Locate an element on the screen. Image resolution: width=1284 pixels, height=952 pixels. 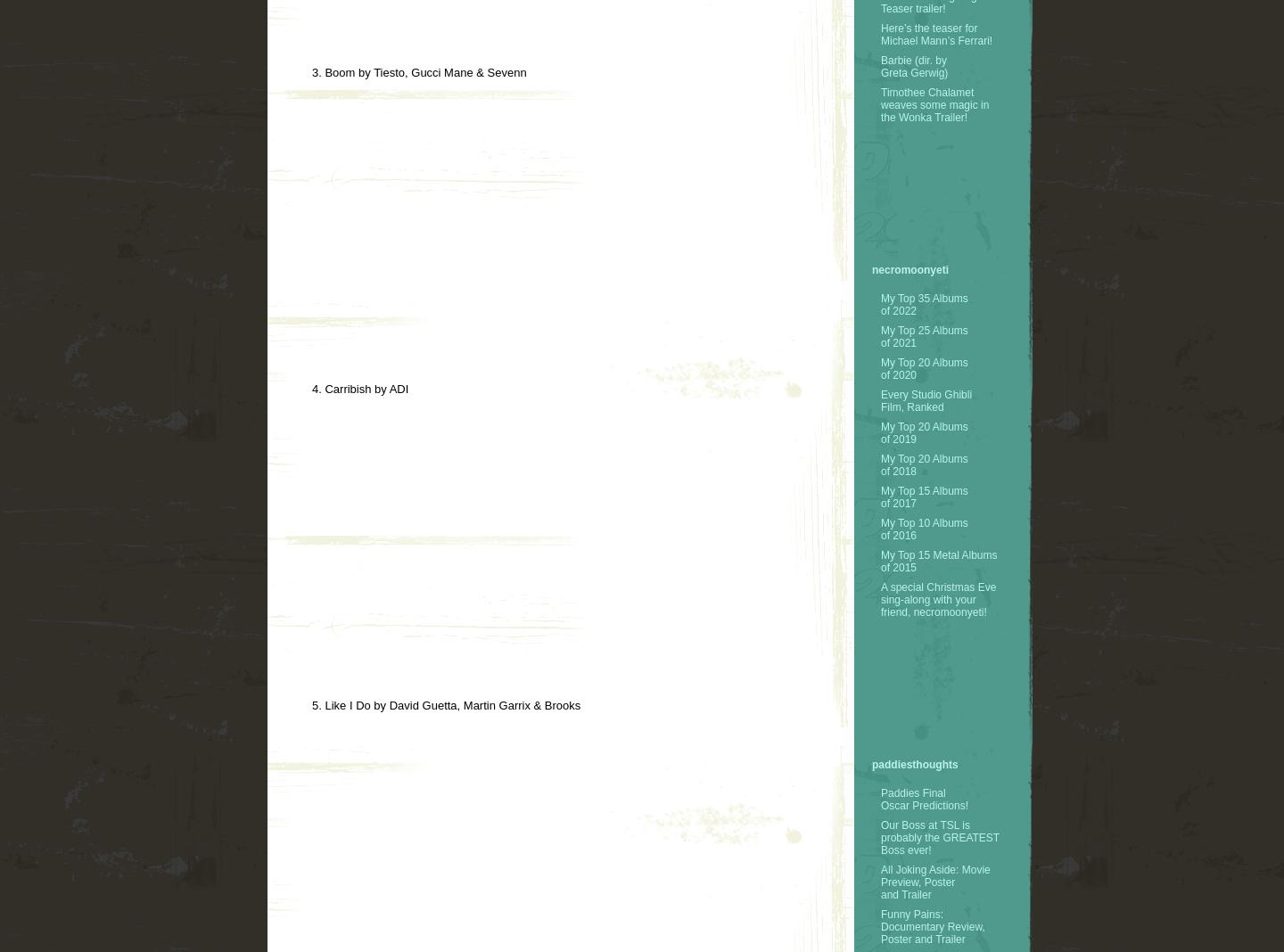
'My Top 20 Albums of 2018' is located at coordinates (924, 464).